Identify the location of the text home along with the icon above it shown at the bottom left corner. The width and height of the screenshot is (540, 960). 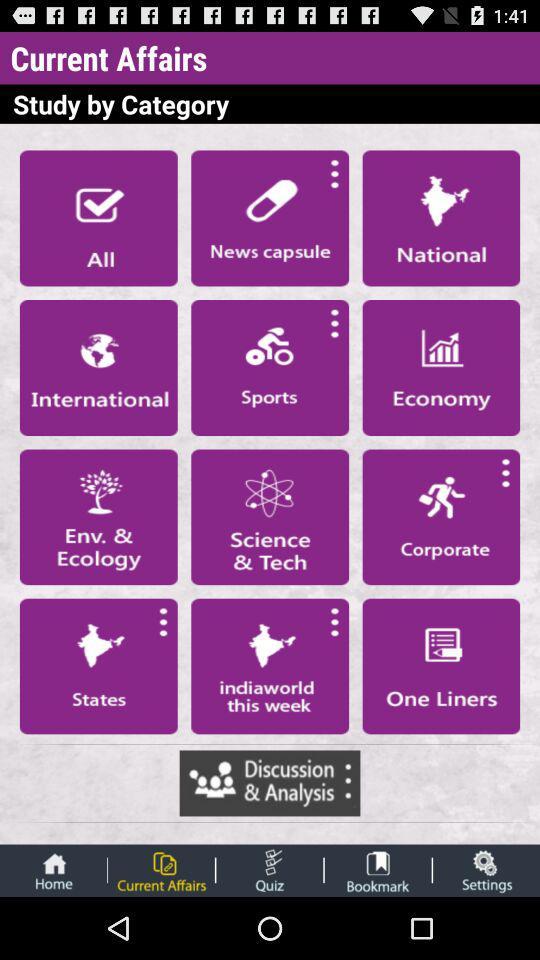
(54, 870).